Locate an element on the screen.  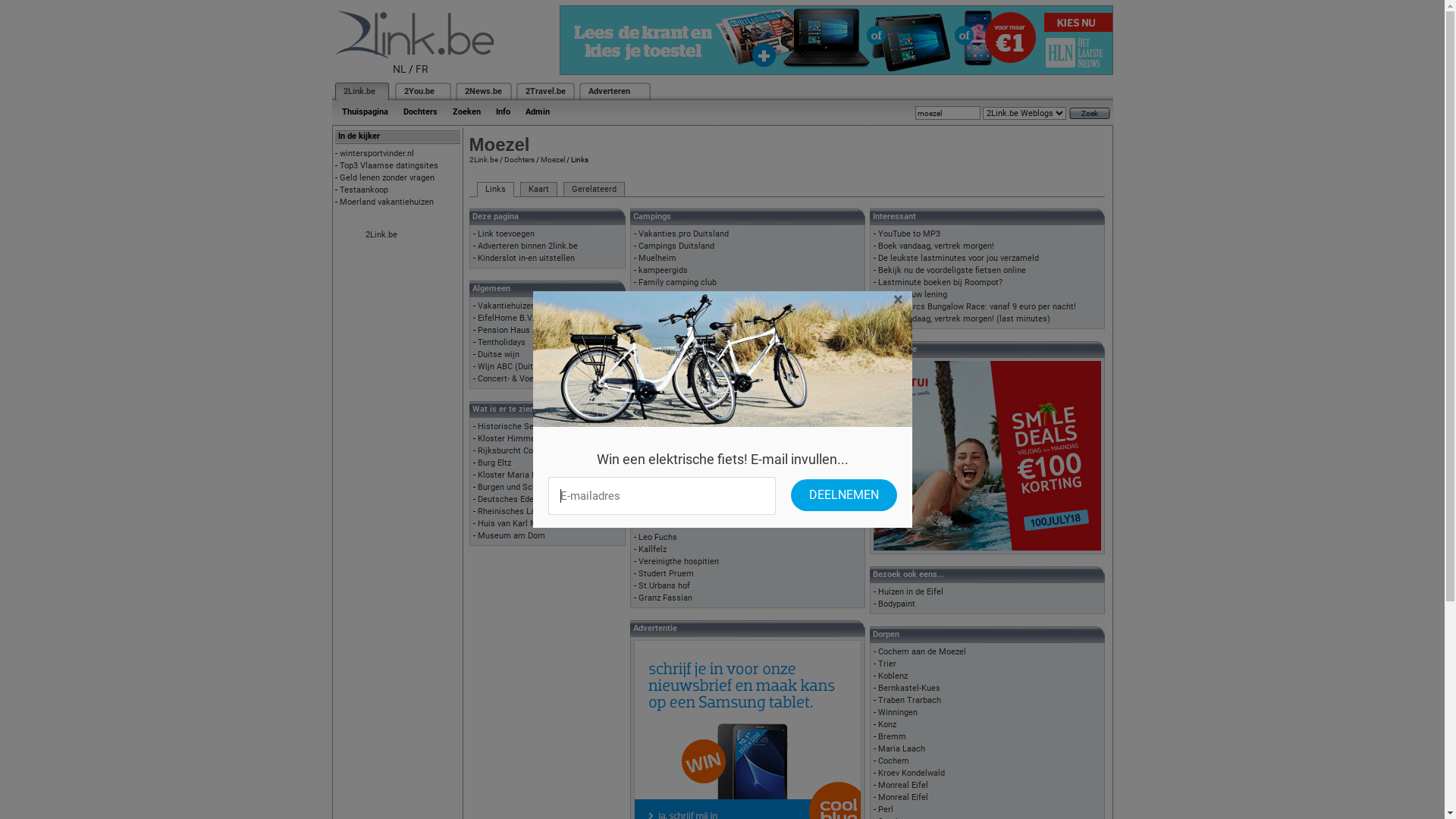
'2You.be' is located at coordinates (419, 91).